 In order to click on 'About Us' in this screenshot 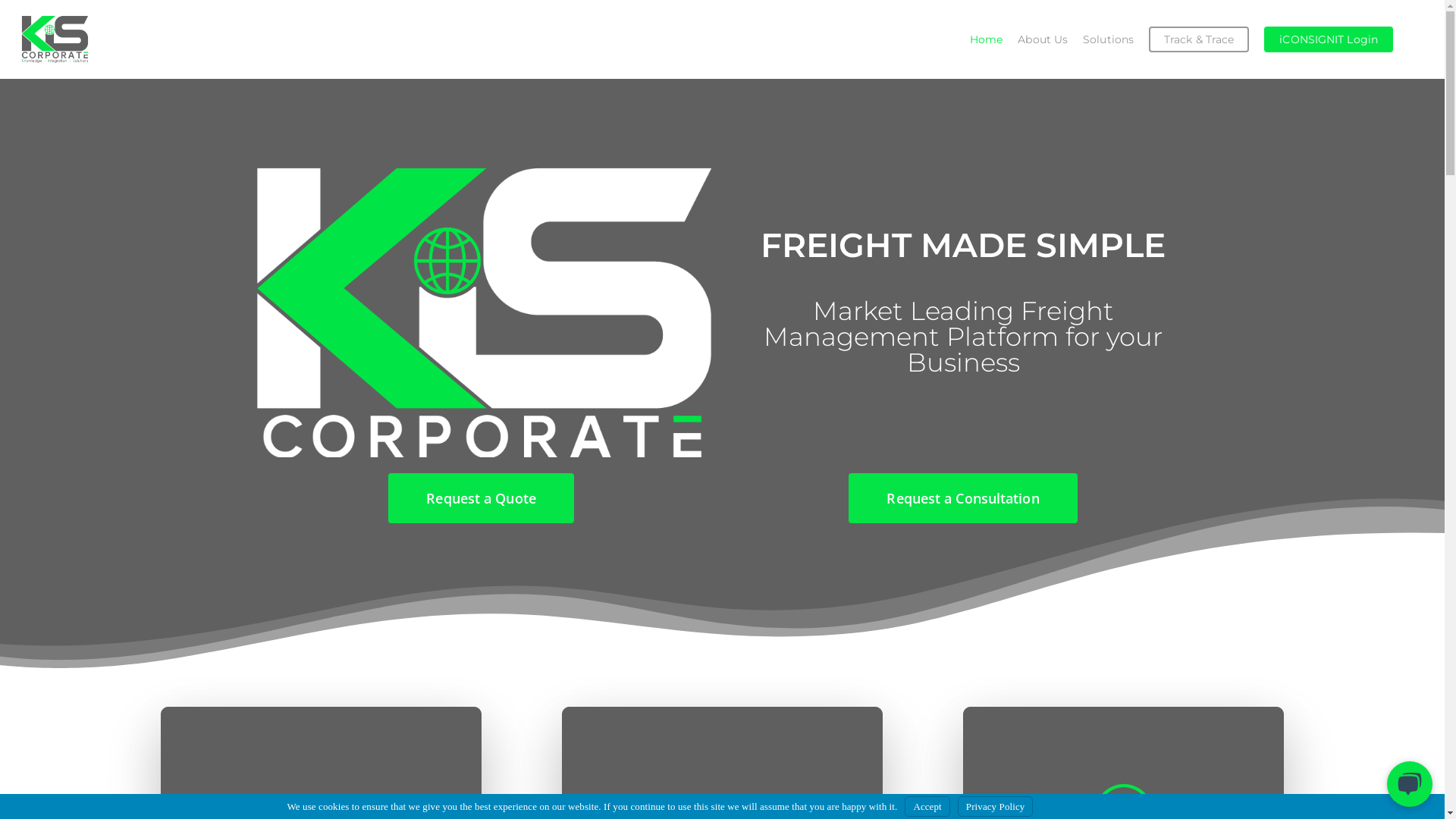, I will do `click(1041, 38)`.